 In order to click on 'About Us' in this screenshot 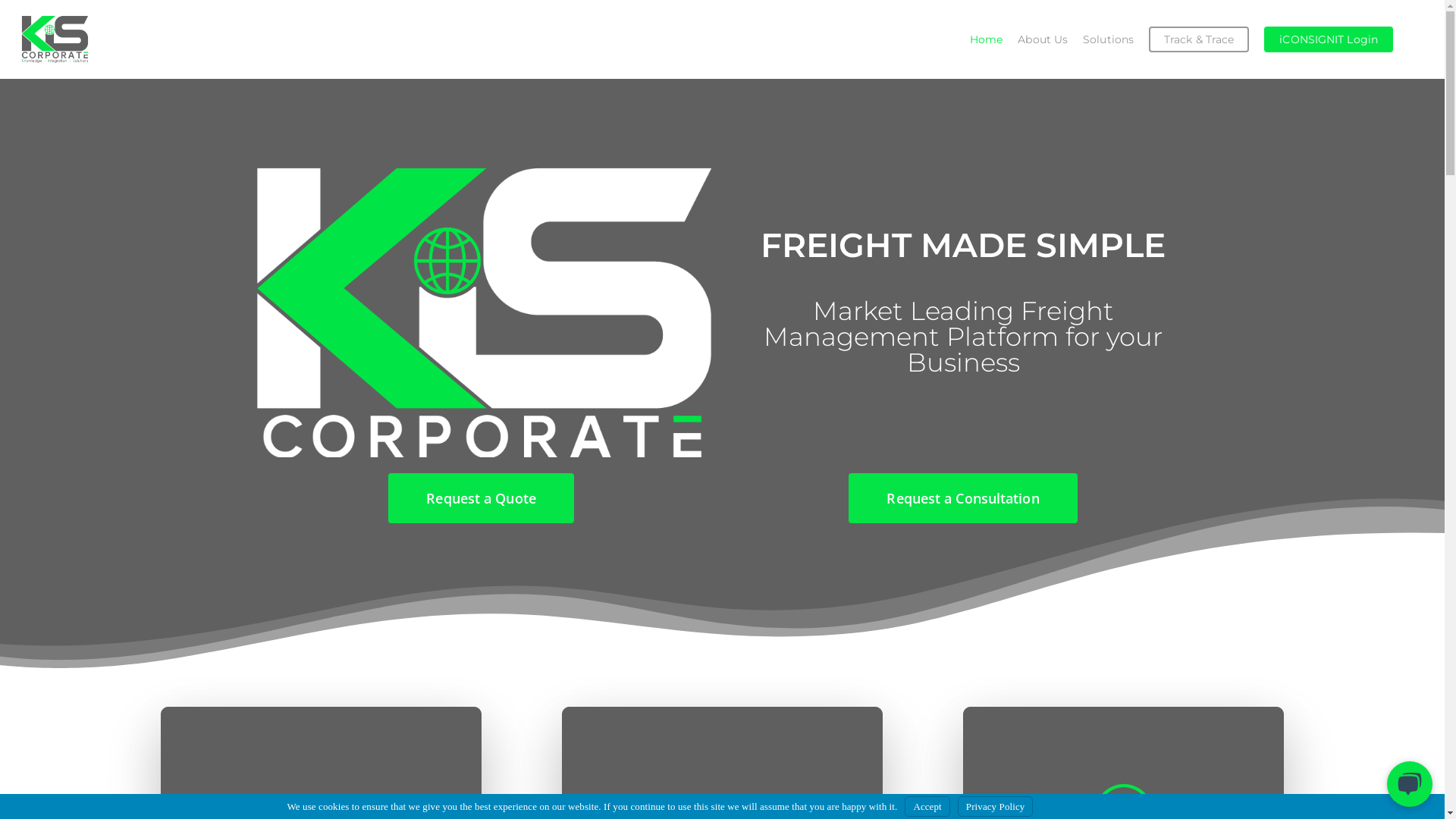, I will do `click(1041, 38)`.